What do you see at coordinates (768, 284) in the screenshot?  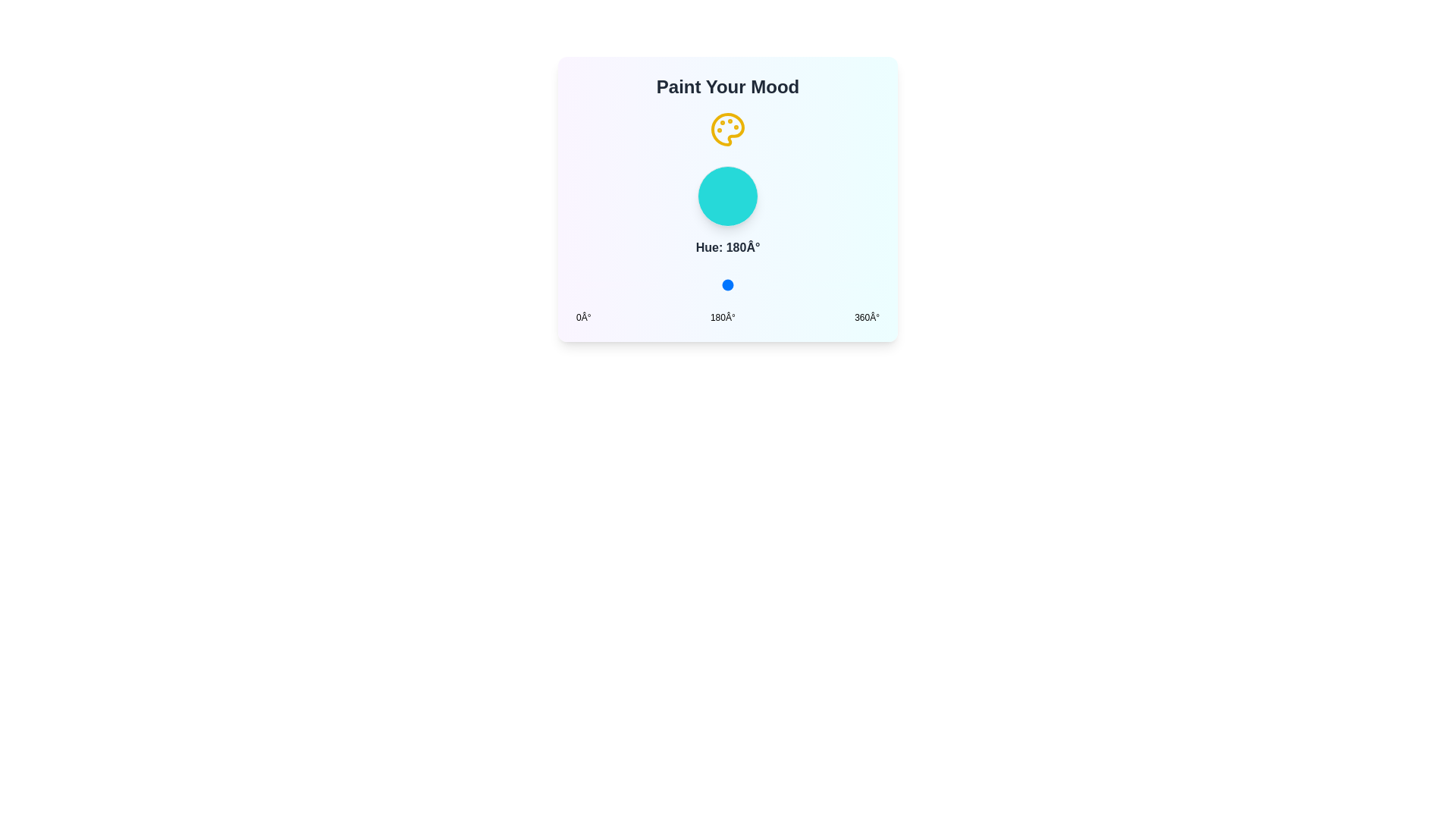 I see `the hue slider to set the hue to 228 degrees` at bounding box center [768, 284].